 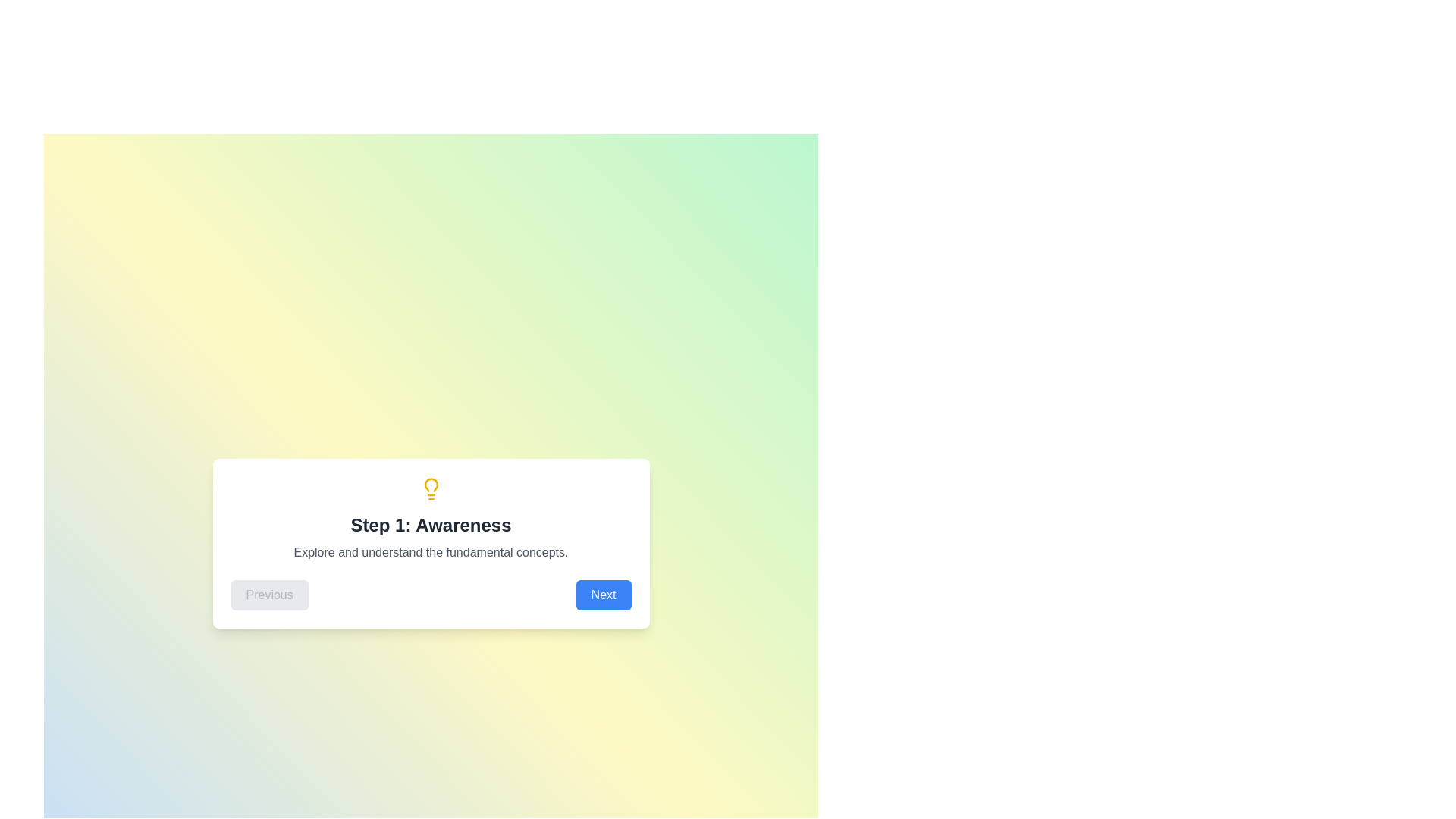 What do you see at coordinates (430, 488) in the screenshot?
I see `the step-specific icon displayed at the top of the stepper` at bounding box center [430, 488].